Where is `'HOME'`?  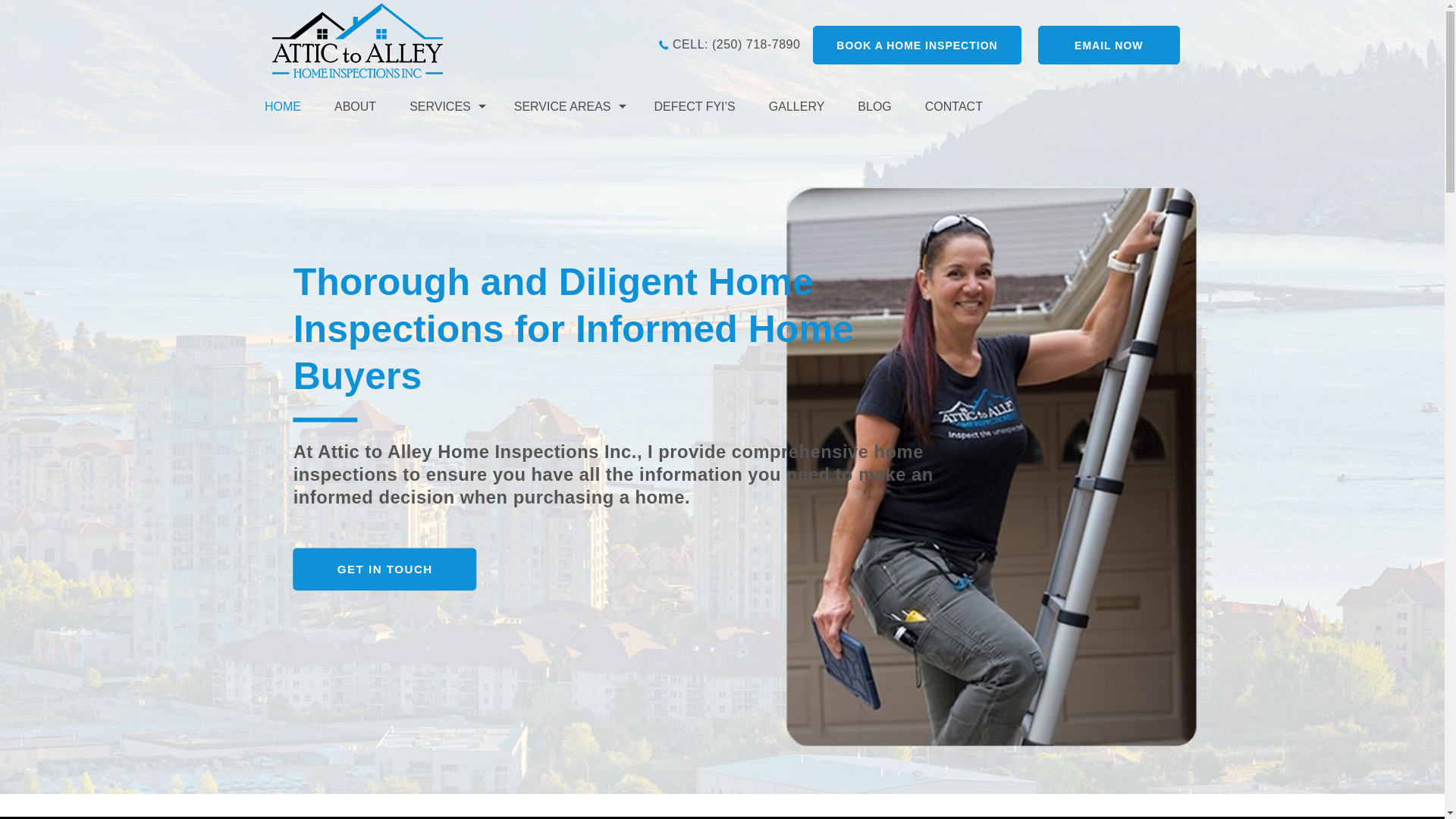 'HOME' is located at coordinates (291, 105).